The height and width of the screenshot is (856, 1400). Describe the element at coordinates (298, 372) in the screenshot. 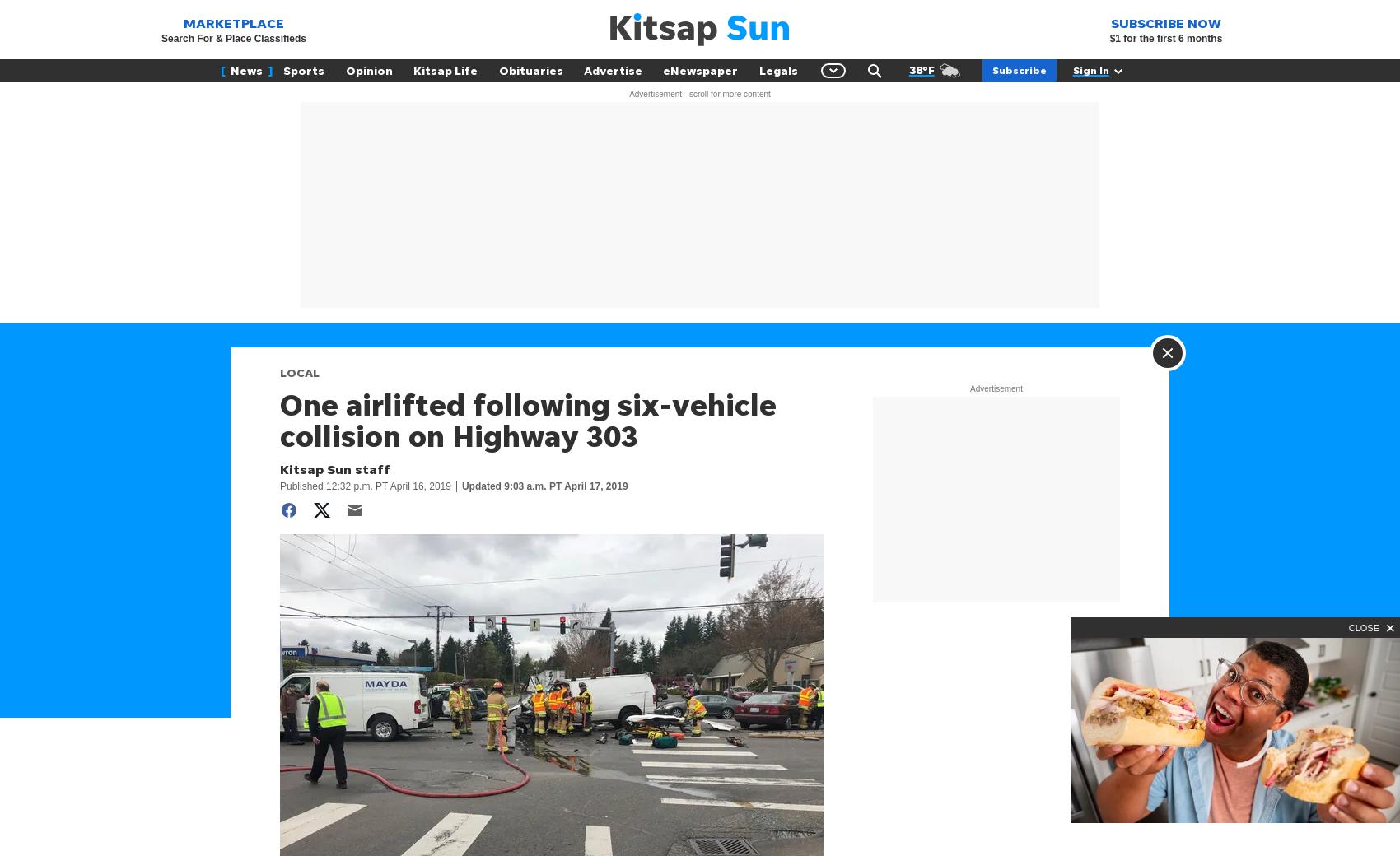

I see `'LOCAL'` at that location.